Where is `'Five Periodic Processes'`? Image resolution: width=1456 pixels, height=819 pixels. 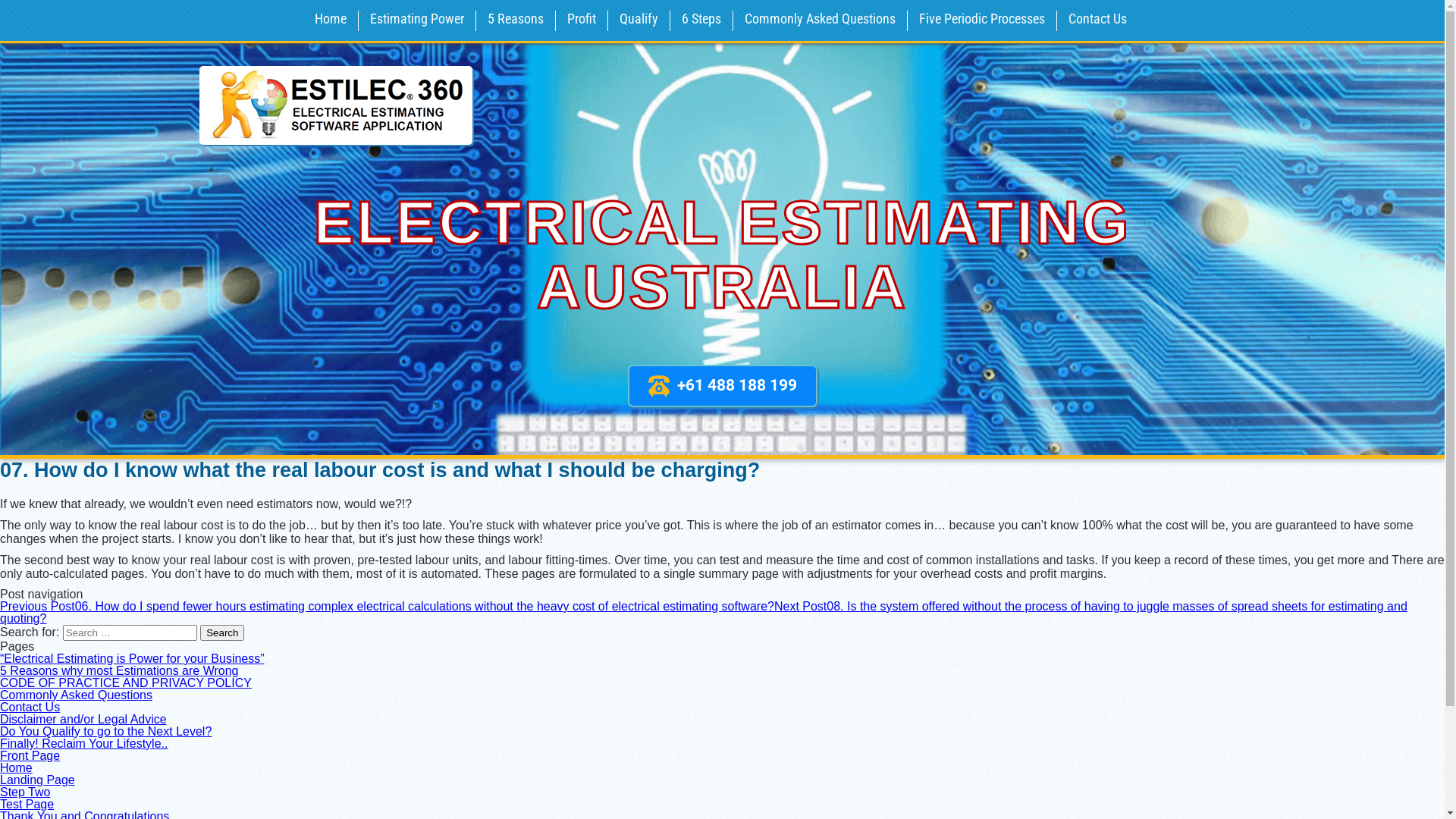 'Five Periodic Processes' is located at coordinates (981, 20).